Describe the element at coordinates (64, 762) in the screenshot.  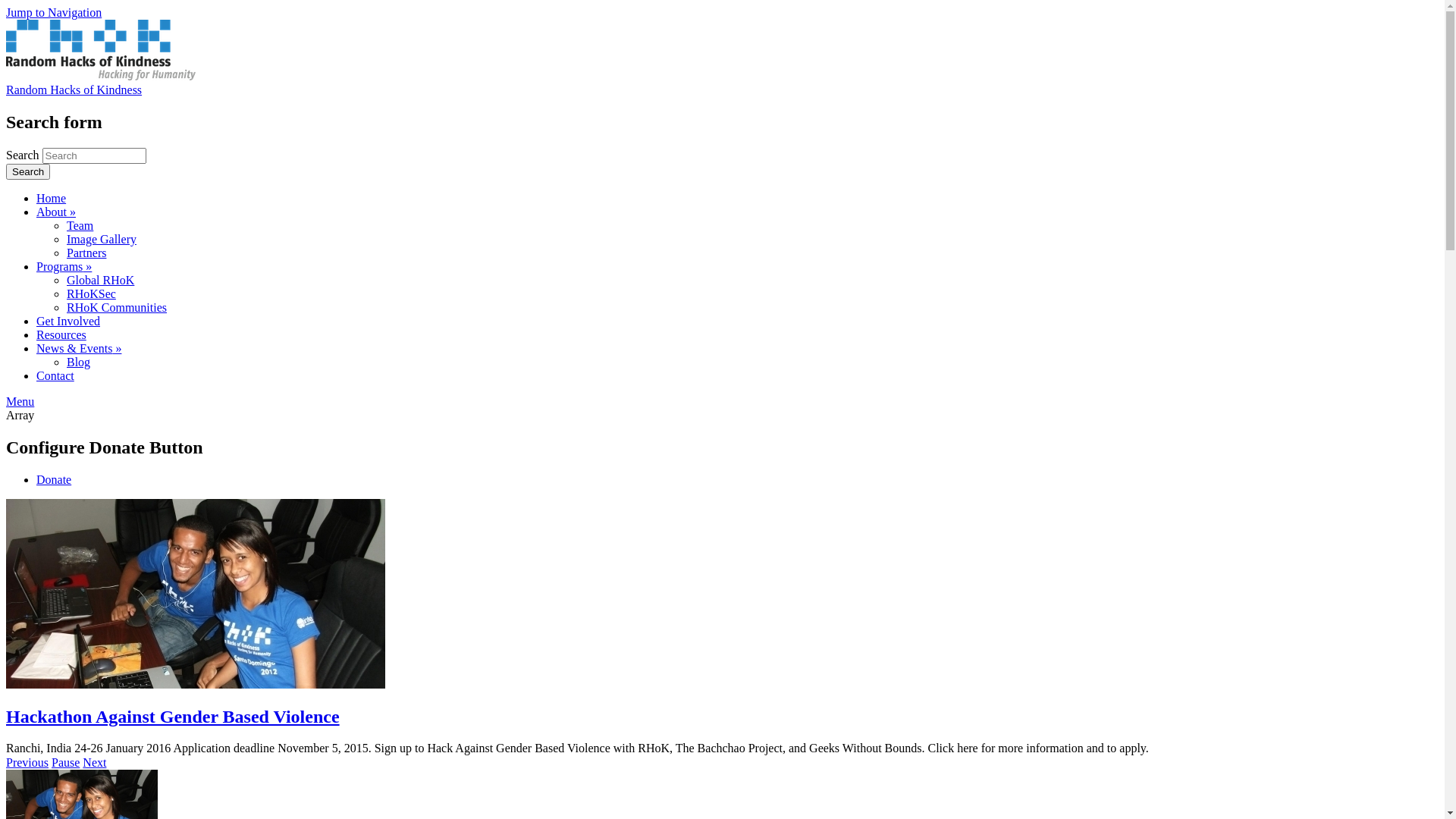
I see `'Pause'` at that location.